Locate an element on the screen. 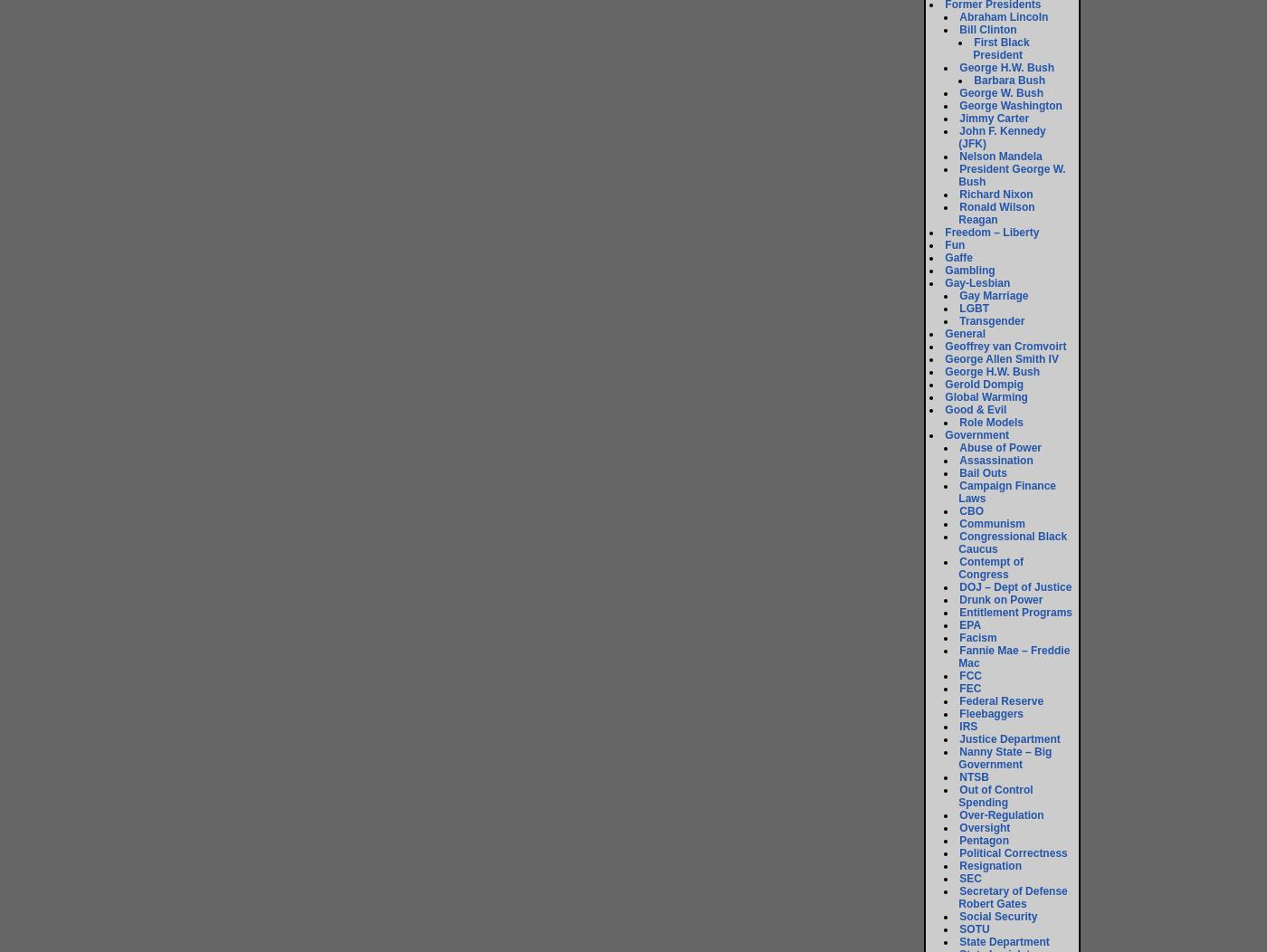 The width and height of the screenshot is (1267, 952). 'Justice Department' is located at coordinates (1009, 738).